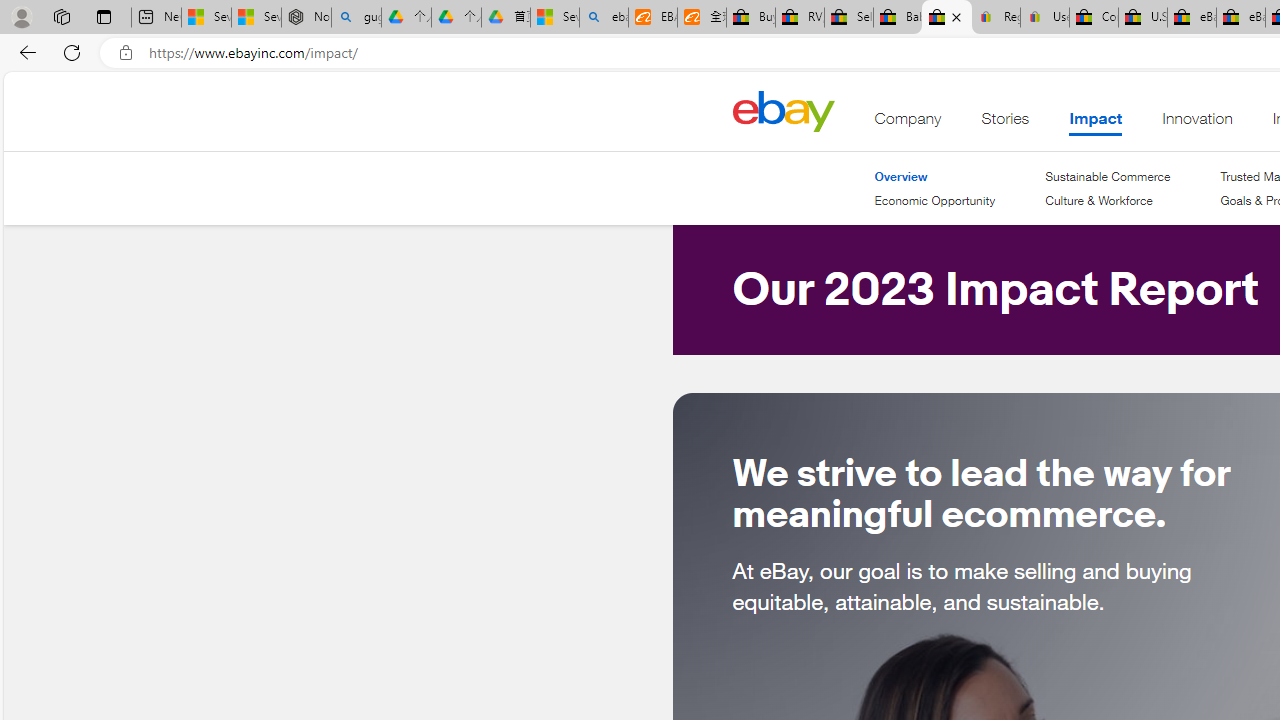 This screenshot has width=1280, height=720. What do you see at coordinates (934, 200) in the screenshot?
I see `'Economic Opportunity'` at bounding box center [934, 200].